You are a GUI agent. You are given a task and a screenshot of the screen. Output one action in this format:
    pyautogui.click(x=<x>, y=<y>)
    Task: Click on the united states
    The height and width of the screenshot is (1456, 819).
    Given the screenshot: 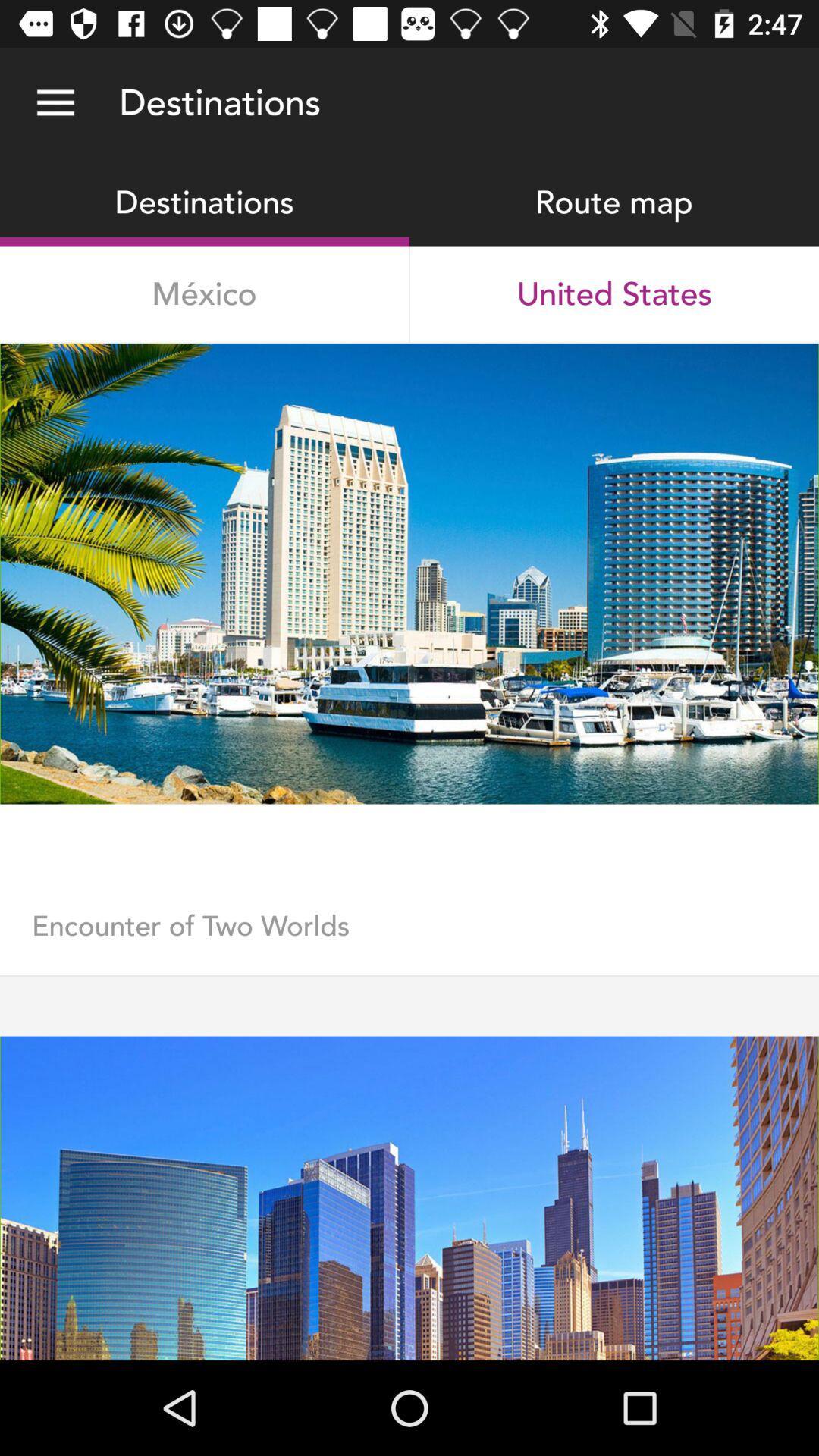 What is the action you would take?
    pyautogui.click(x=614, y=294)
    